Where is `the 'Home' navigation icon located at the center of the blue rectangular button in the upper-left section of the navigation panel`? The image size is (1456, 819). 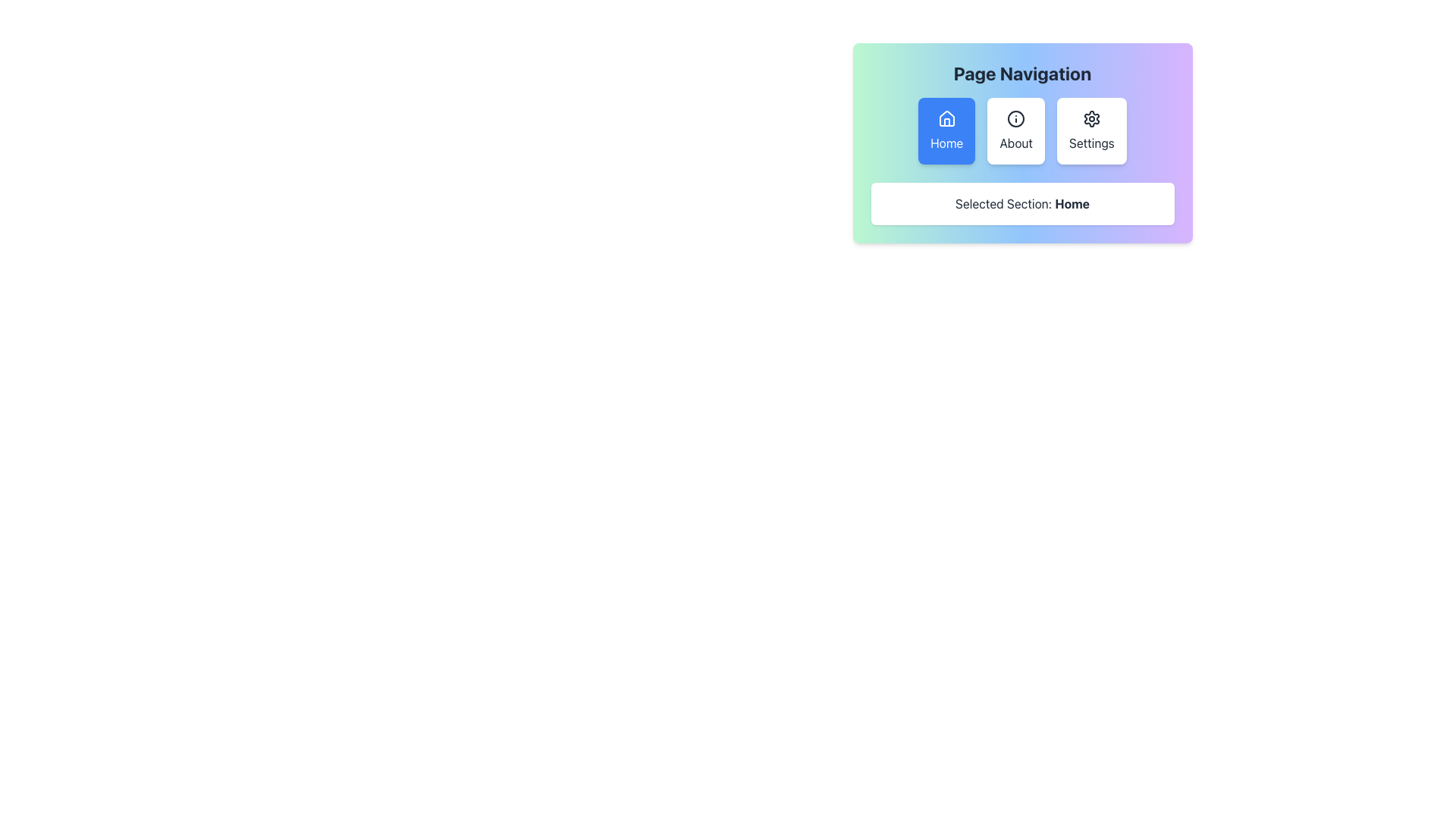
the 'Home' navigation icon located at the center of the blue rectangular button in the upper-left section of the navigation panel is located at coordinates (946, 118).